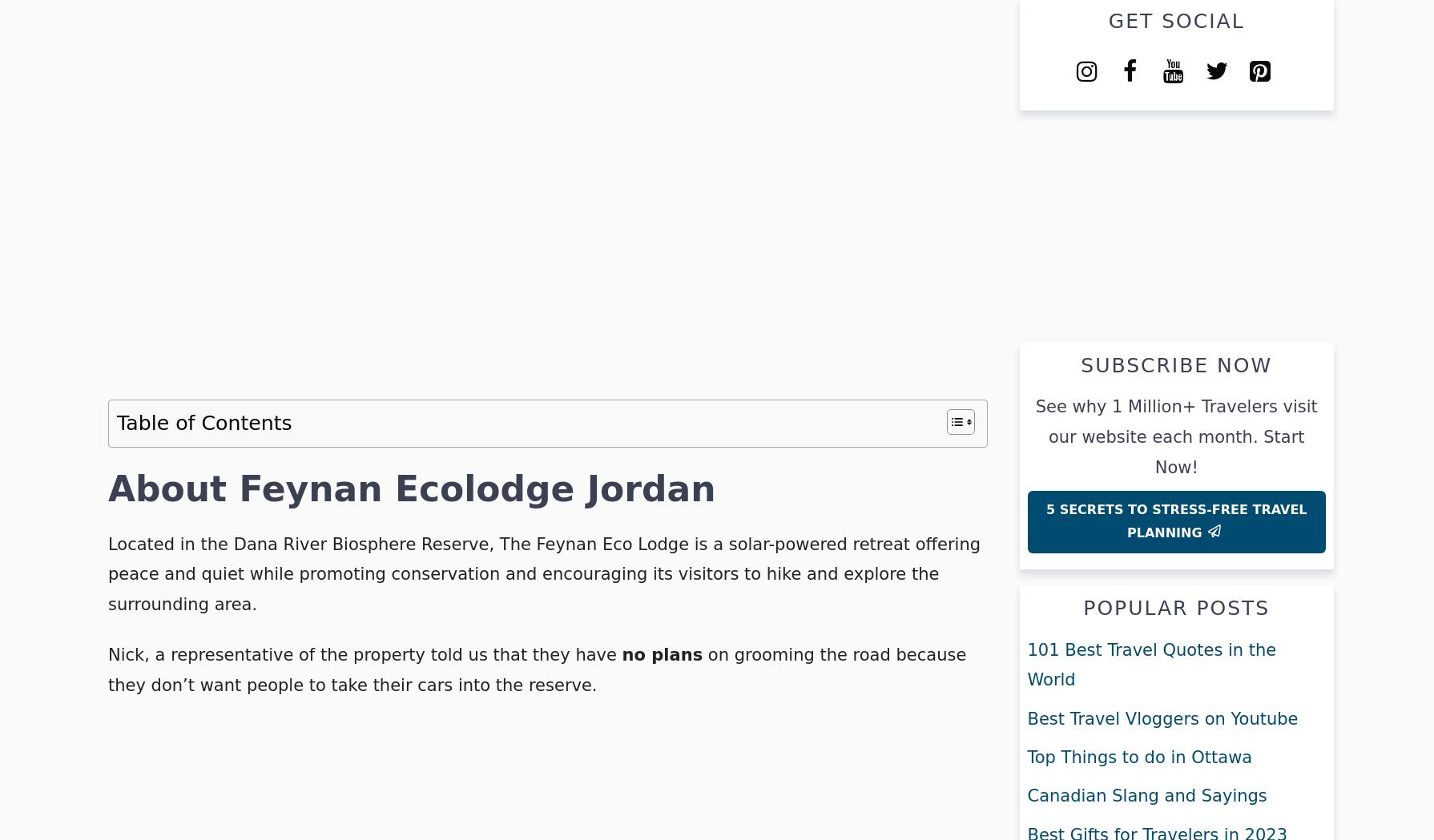 This screenshot has height=840, width=1434. I want to click on 'Get Social', so click(1174, 20).